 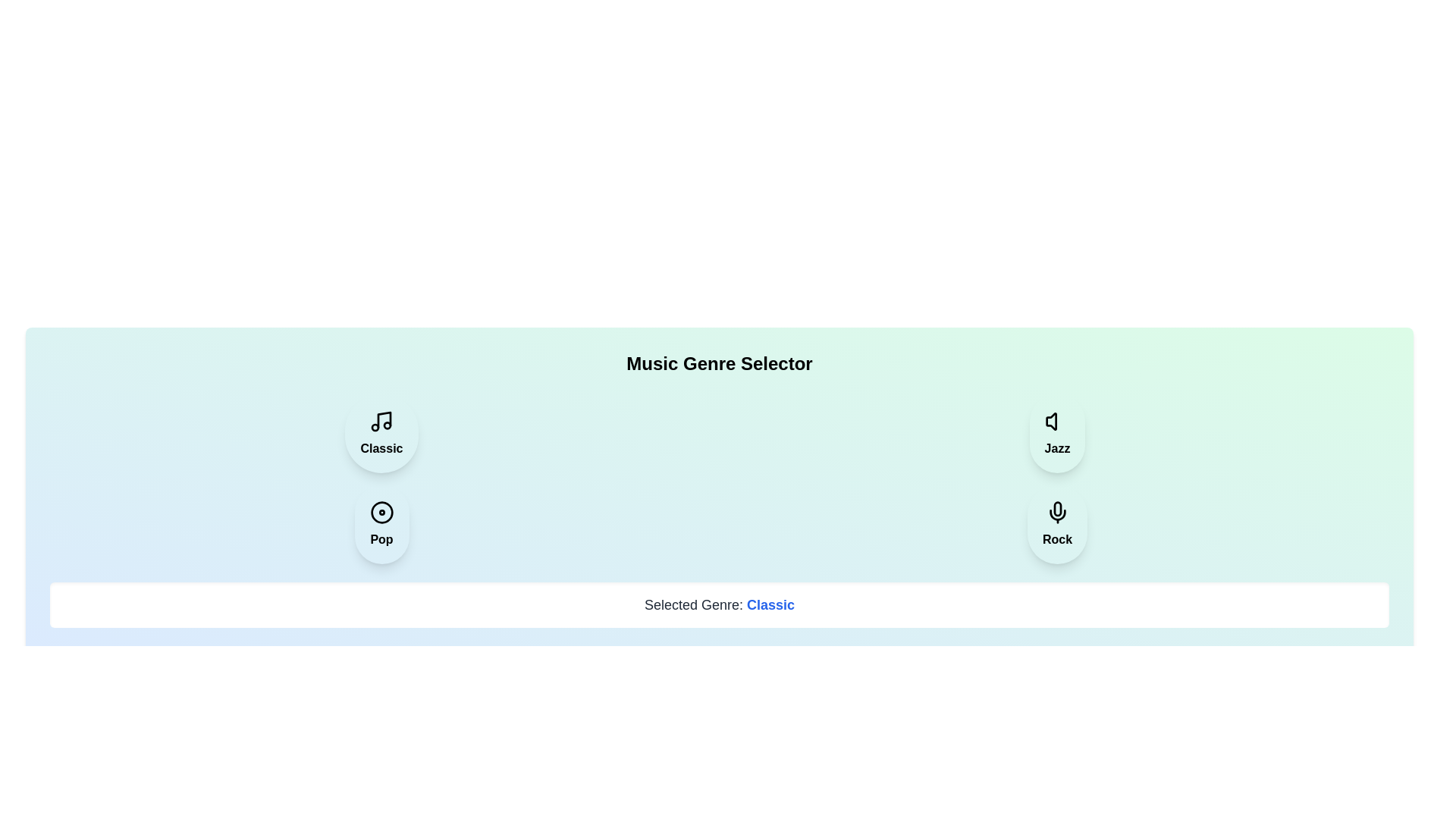 What do you see at coordinates (1056, 433) in the screenshot?
I see `the music genre Jazz by clicking its button` at bounding box center [1056, 433].